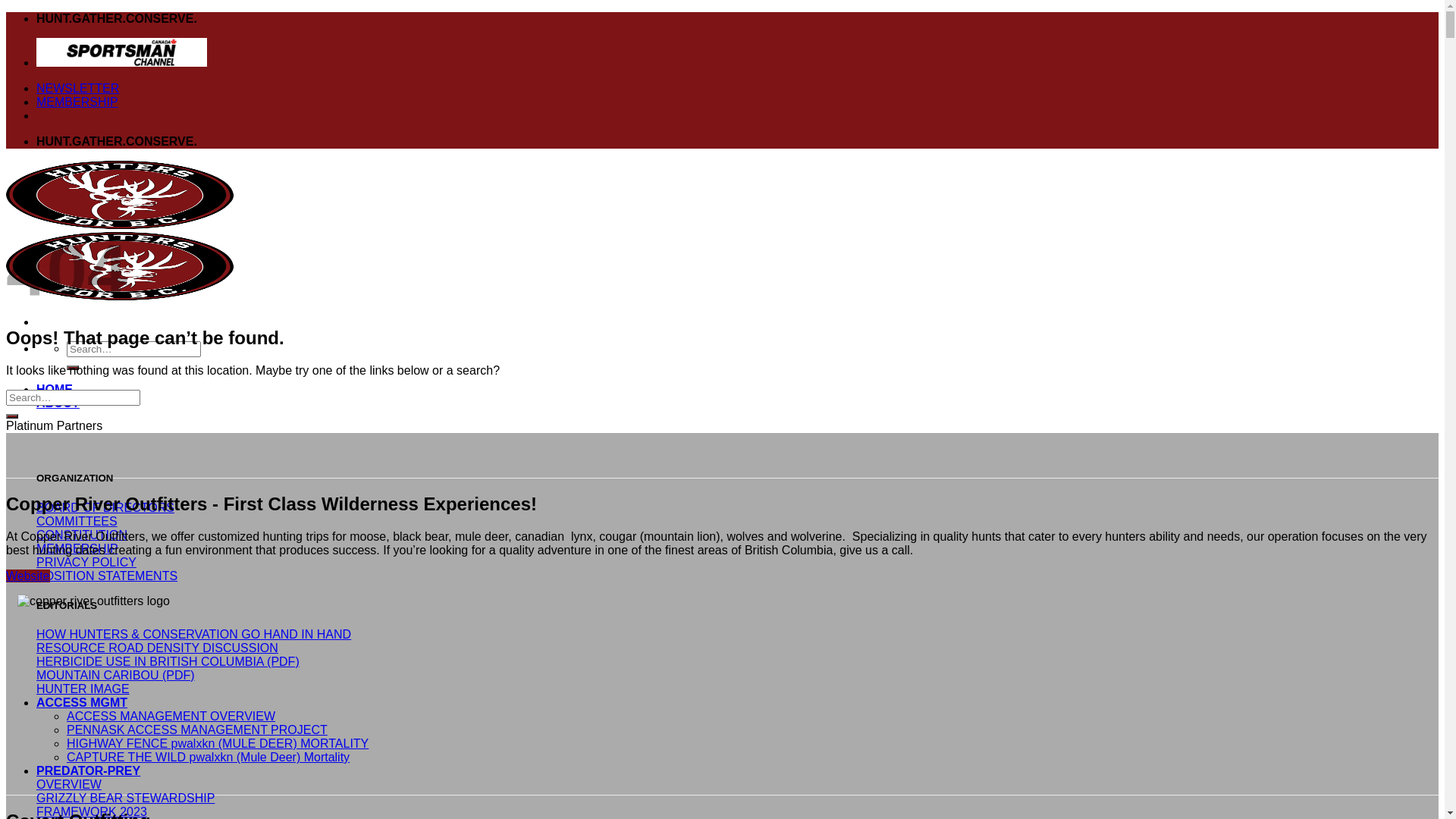 The image size is (1456, 819). Describe the element at coordinates (105, 507) in the screenshot. I see `'BOARD OF DIRECTORS'` at that location.